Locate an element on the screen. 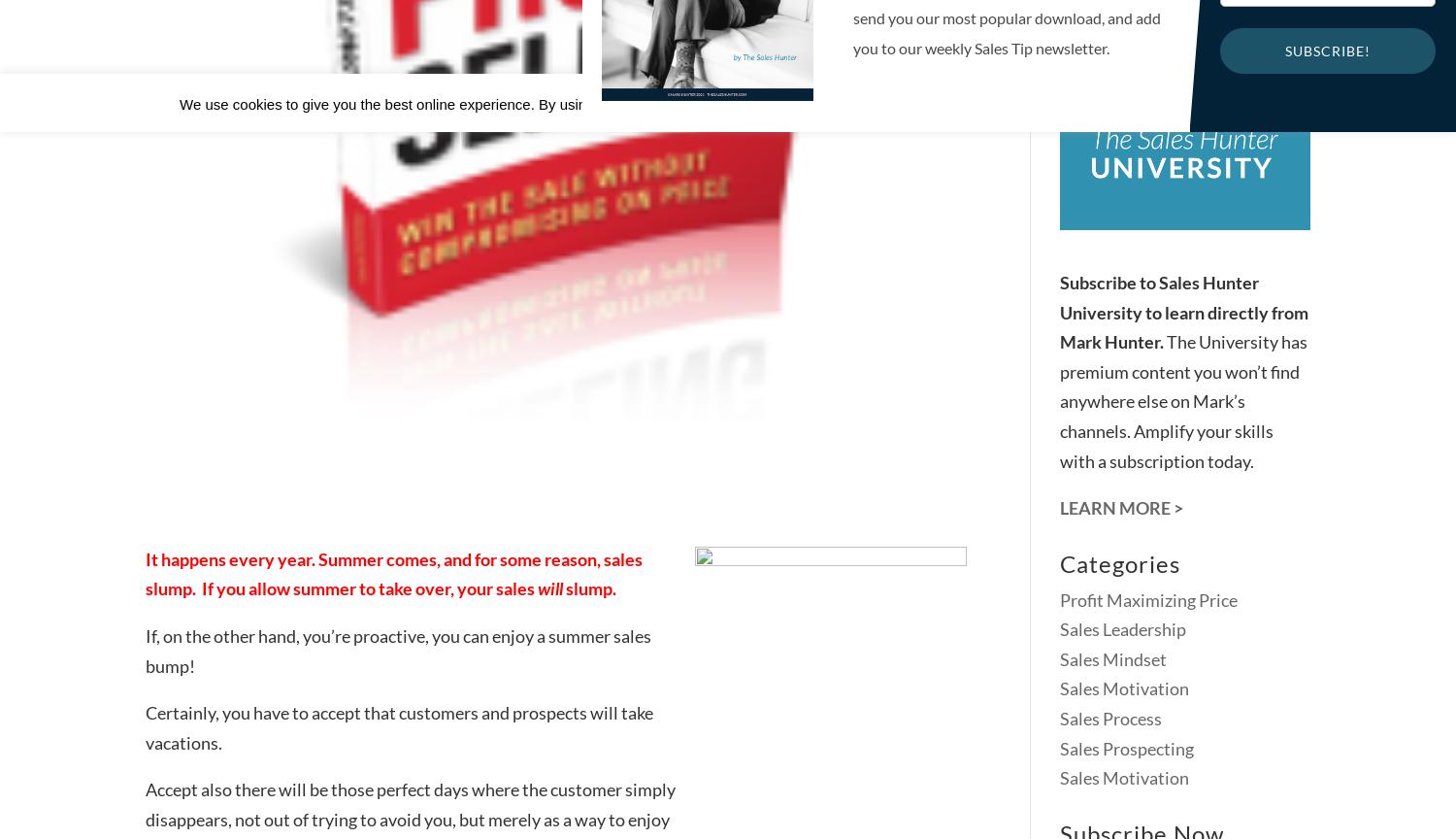  'Sales Process' is located at coordinates (1110, 719).